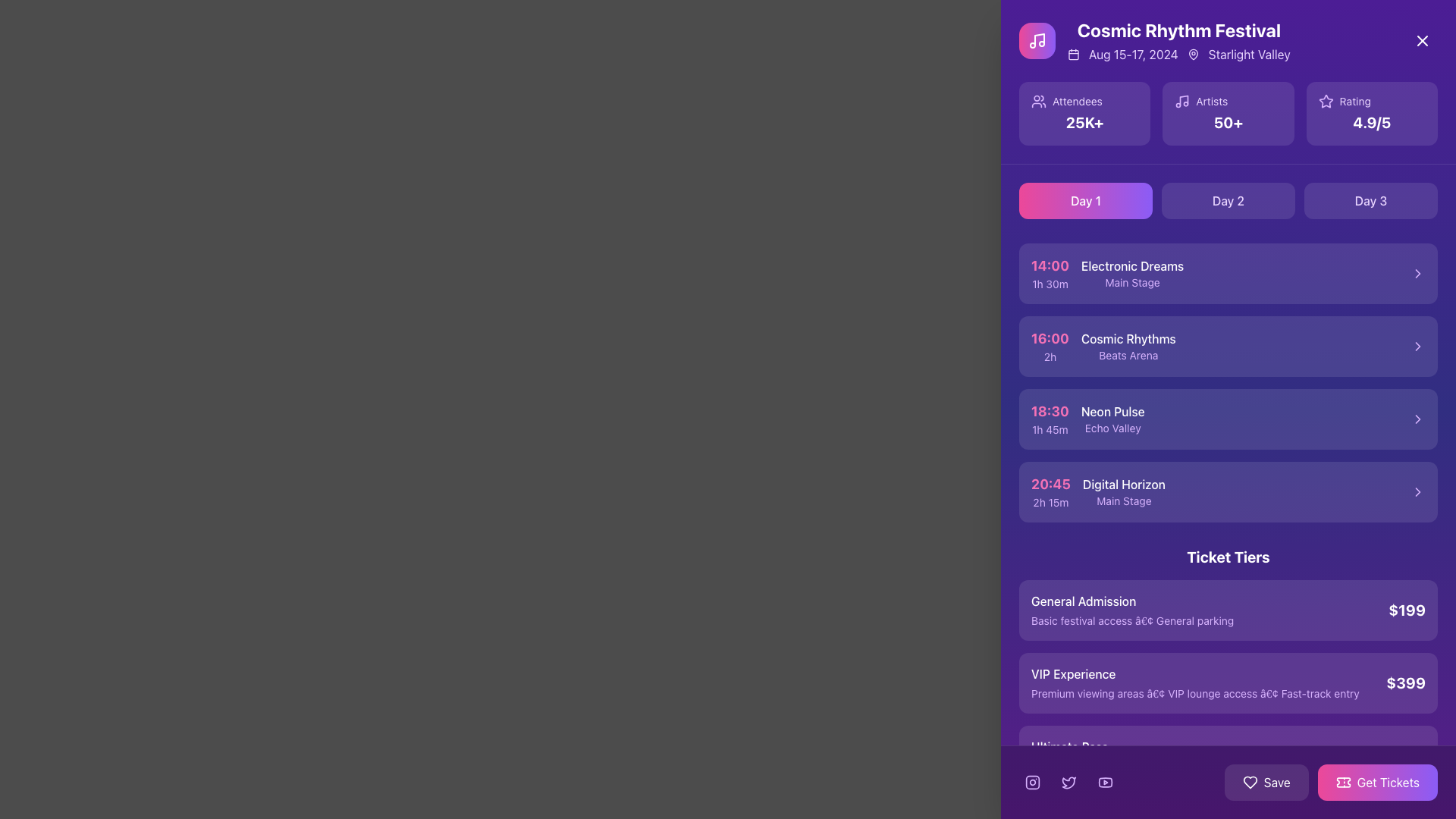 This screenshot has width=1456, height=819. Describe the element at coordinates (1417, 346) in the screenshot. I see `the small, right-pointing purple chevron icon located to the right of the '16:00 Cosmic Rhythms Beats Arena' event entry` at that location.